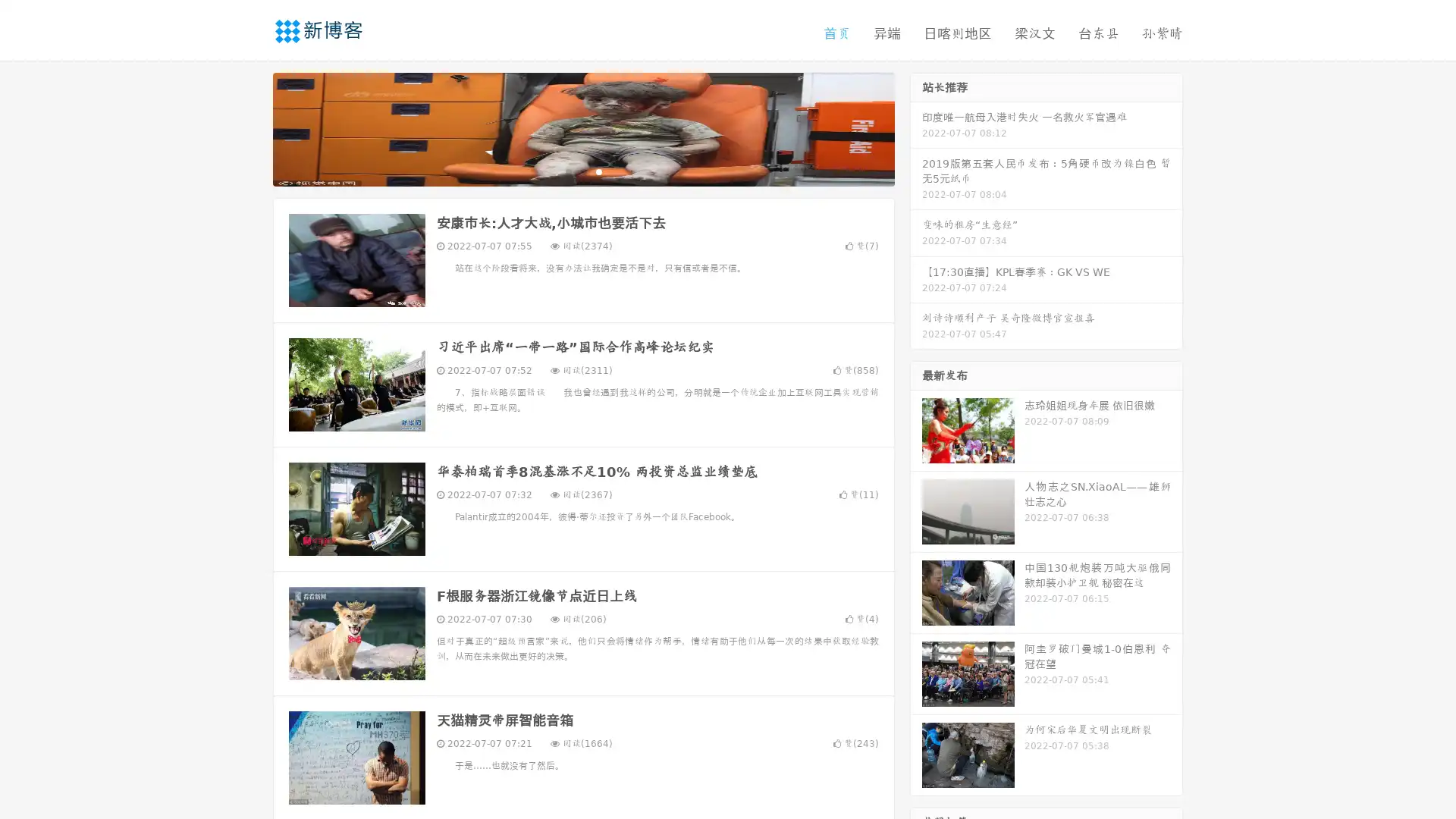 The height and width of the screenshot is (819, 1456). What do you see at coordinates (582, 171) in the screenshot?
I see `Go to slide 2` at bounding box center [582, 171].